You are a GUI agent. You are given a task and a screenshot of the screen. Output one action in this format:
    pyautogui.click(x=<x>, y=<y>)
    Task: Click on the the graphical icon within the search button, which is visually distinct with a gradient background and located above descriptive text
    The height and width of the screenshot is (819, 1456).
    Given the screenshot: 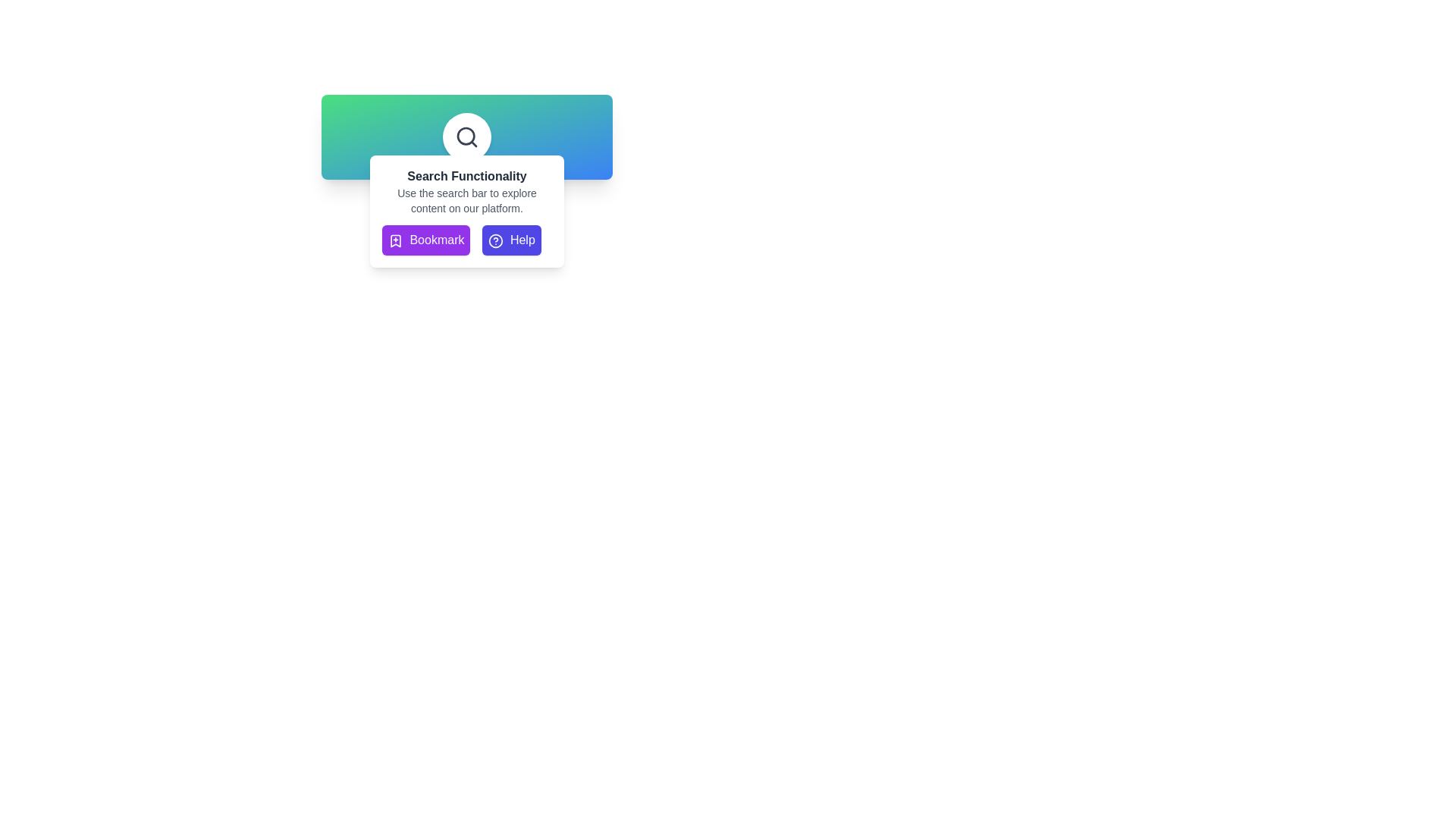 What is the action you would take?
    pyautogui.click(x=466, y=137)
    